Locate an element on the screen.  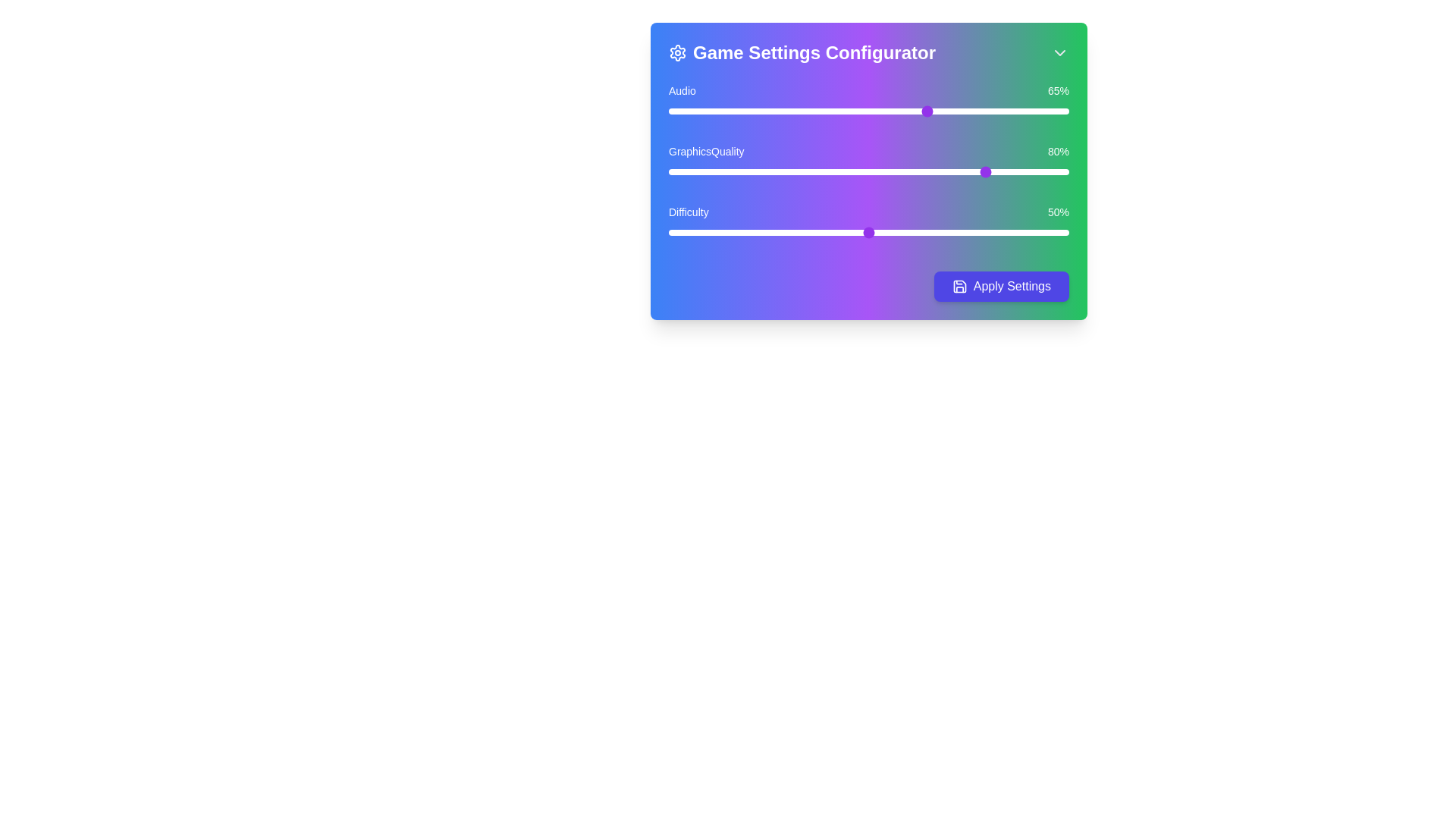
Graphics Quality is located at coordinates (896, 171).